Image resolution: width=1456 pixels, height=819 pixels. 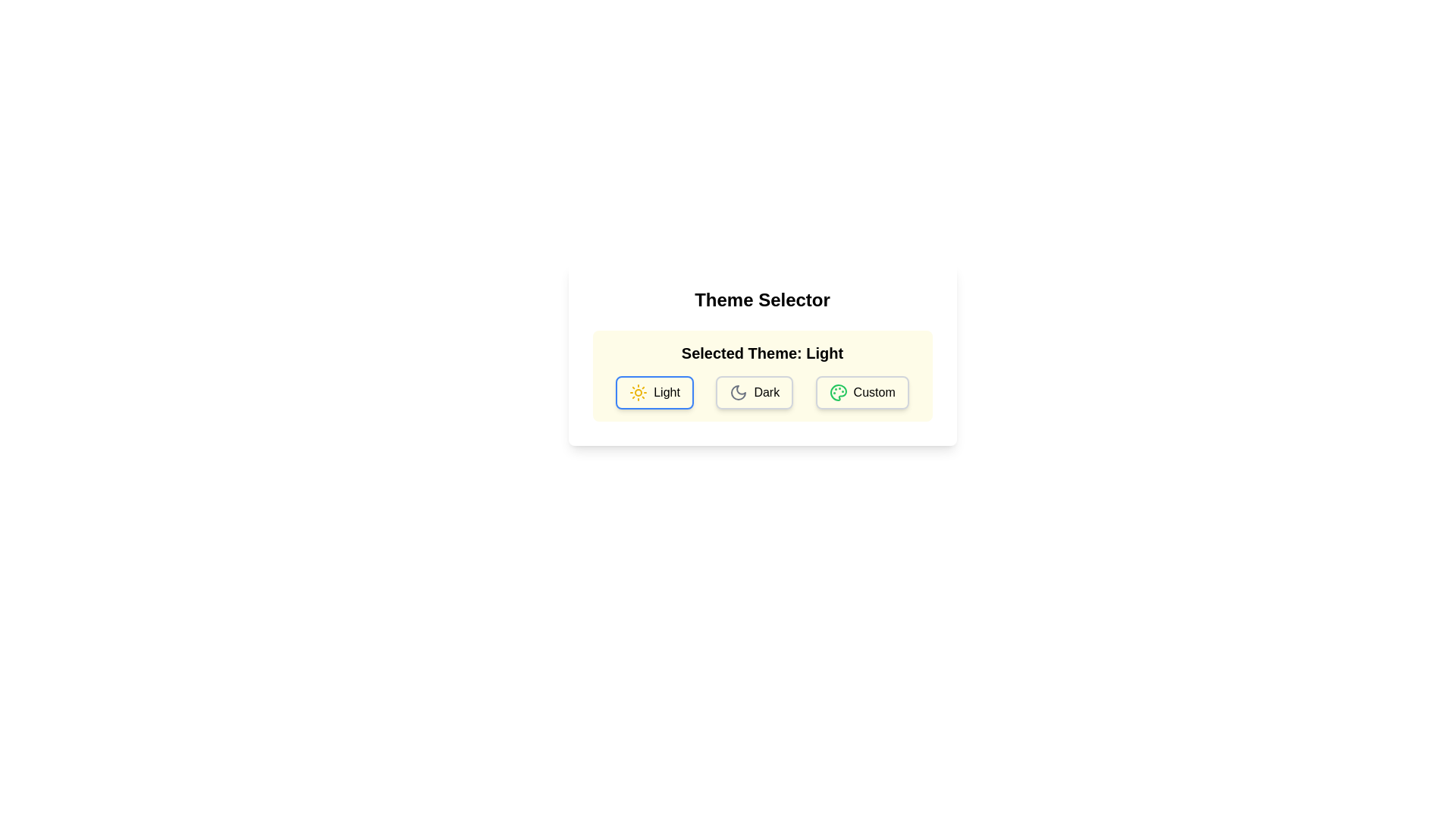 What do you see at coordinates (755, 391) in the screenshot?
I see `the 'Dark' theme toggle button, which is the second button in a group of three buttons labeled 'Light', 'Dark', and 'Custom', to trigger the hover effect` at bounding box center [755, 391].